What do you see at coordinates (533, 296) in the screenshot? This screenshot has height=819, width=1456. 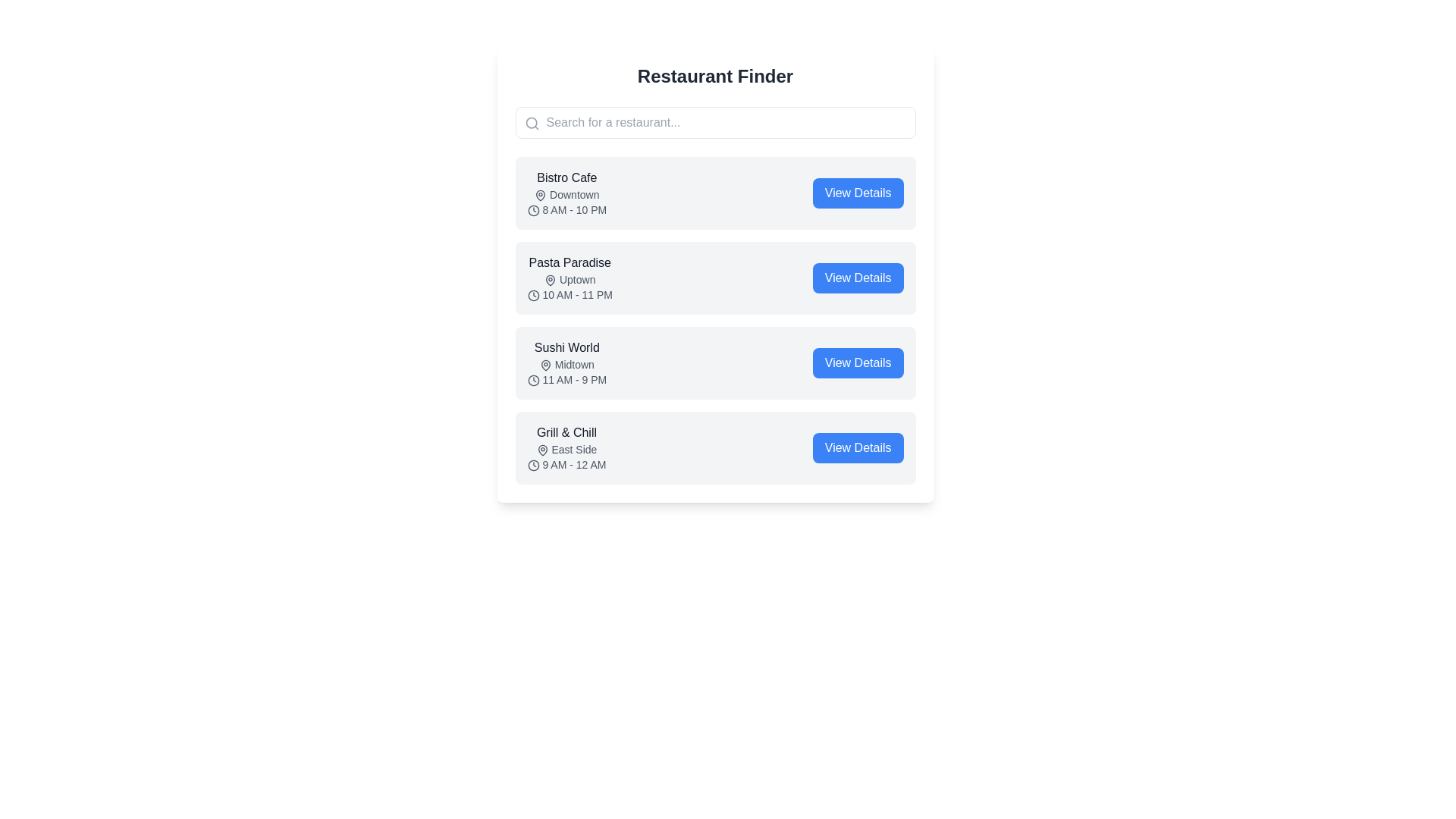 I see `the time icon located to the left of the '10 AM - 11 PM' text within the 'Pasta Paradise' section of the second card in the list layout` at bounding box center [533, 296].